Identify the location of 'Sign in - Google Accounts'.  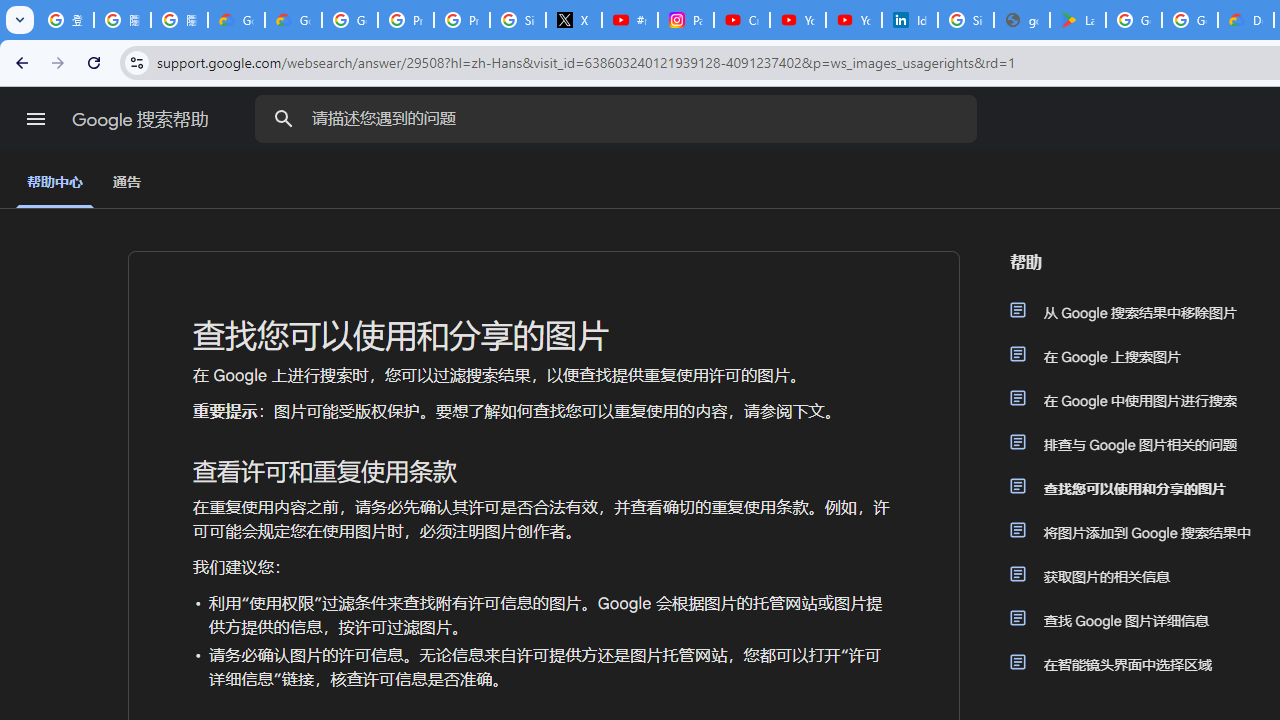
(966, 20).